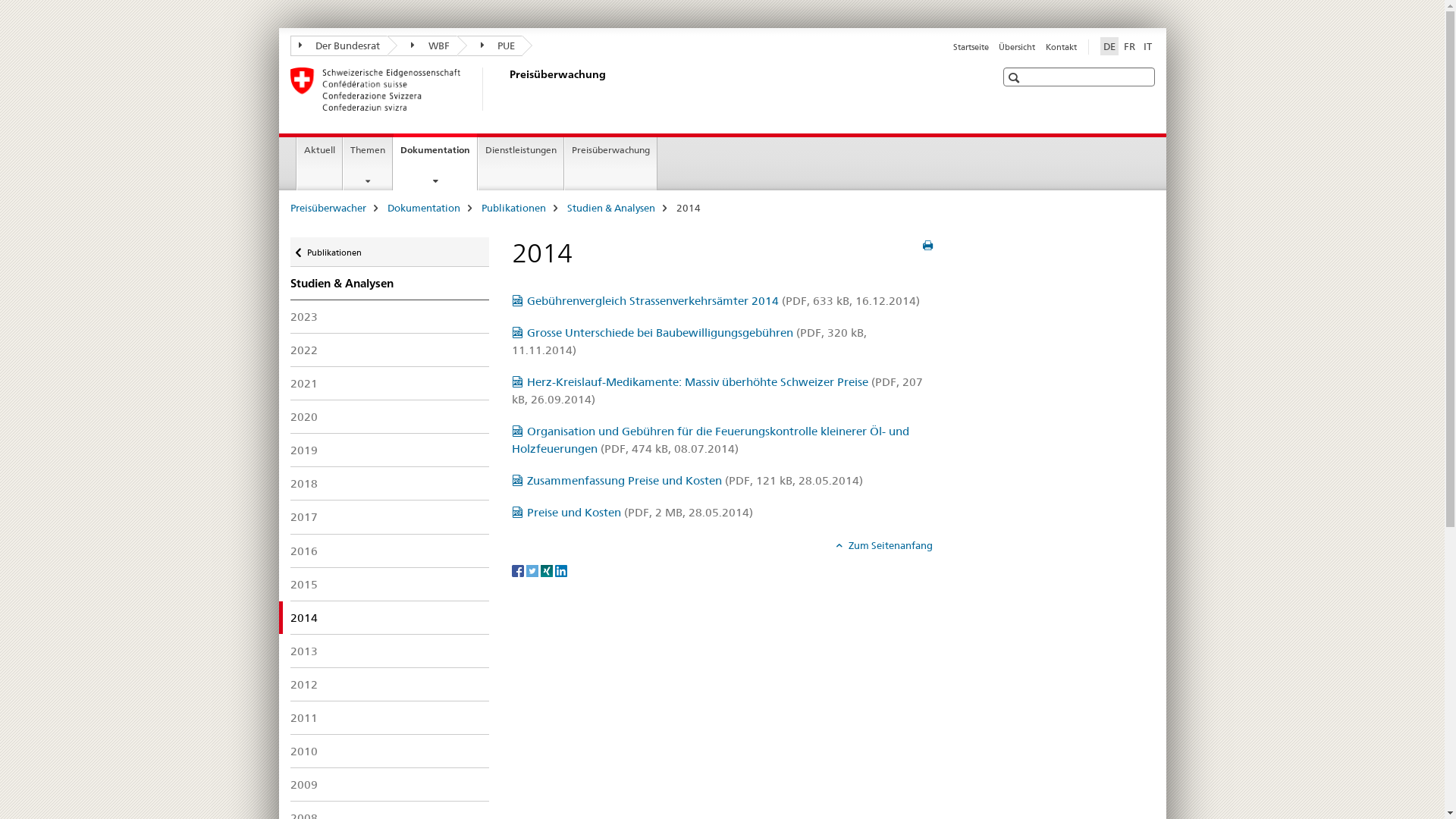  I want to click on 'FR', so click(1129, 45).